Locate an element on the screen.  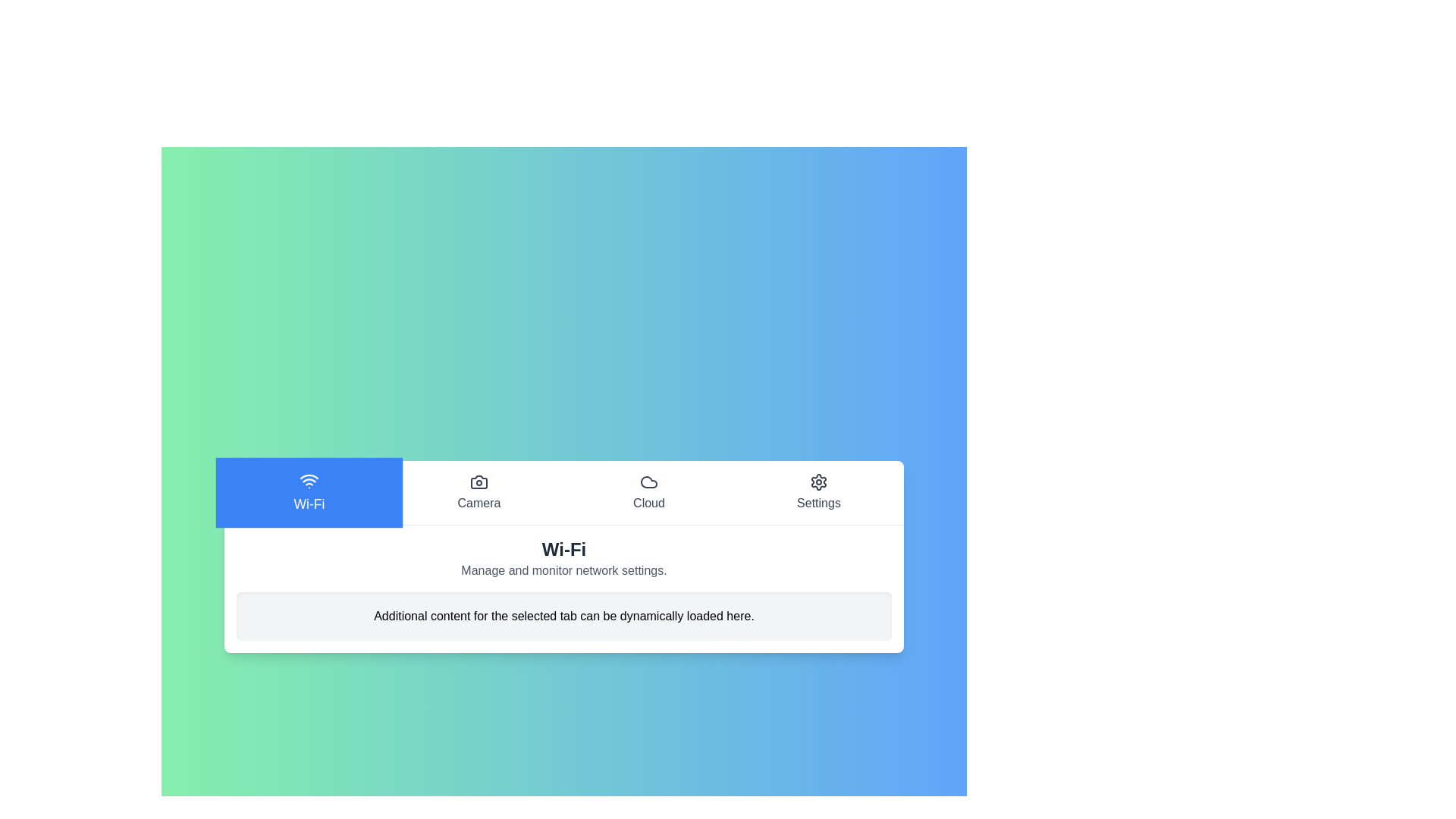
the tab labeled 'Wi-Fi' to view its description is located at coordinates (309, 492).